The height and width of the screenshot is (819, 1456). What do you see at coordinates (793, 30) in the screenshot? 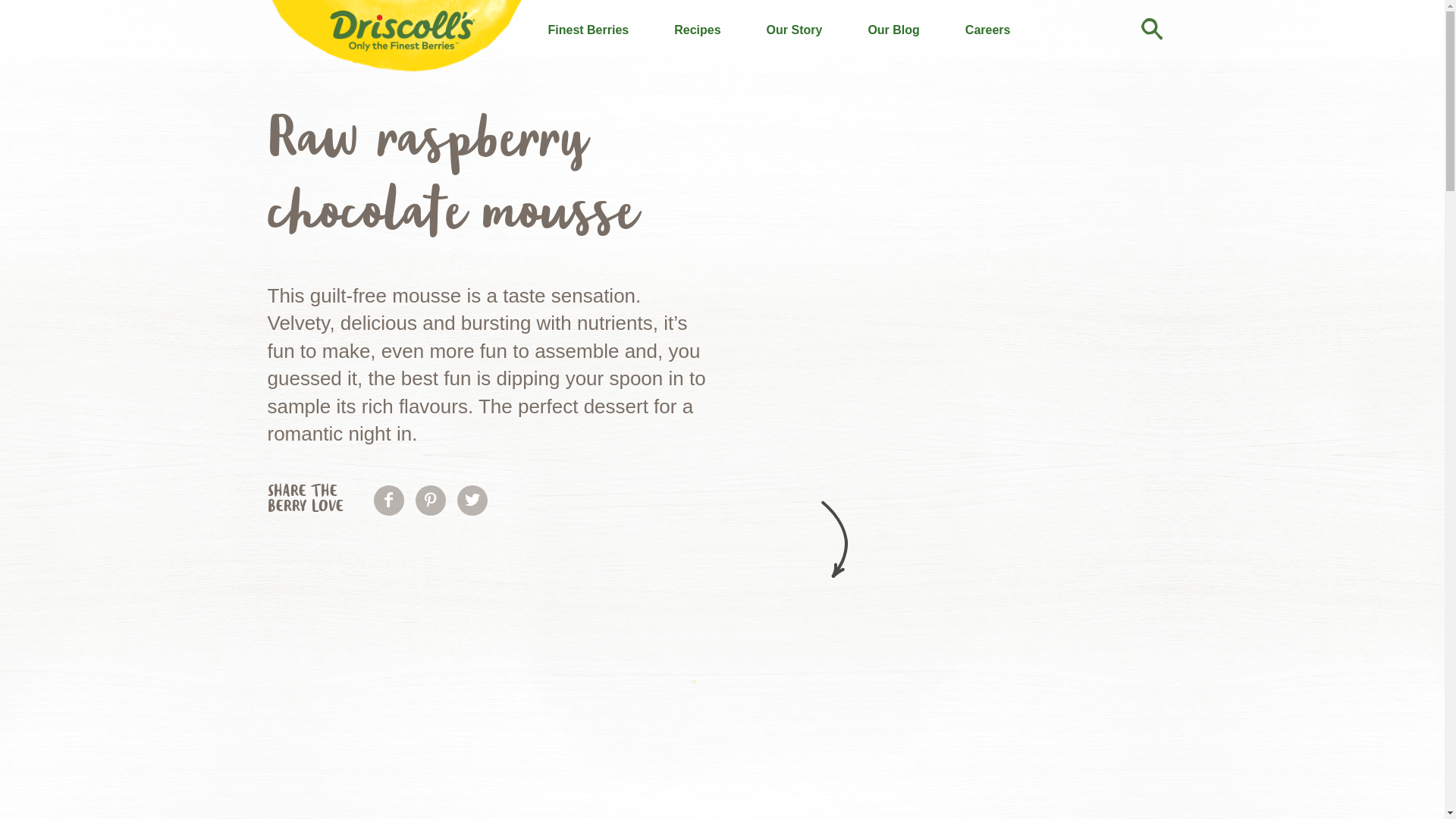
I see `'Our Story'` at bounding box center [793, 30].